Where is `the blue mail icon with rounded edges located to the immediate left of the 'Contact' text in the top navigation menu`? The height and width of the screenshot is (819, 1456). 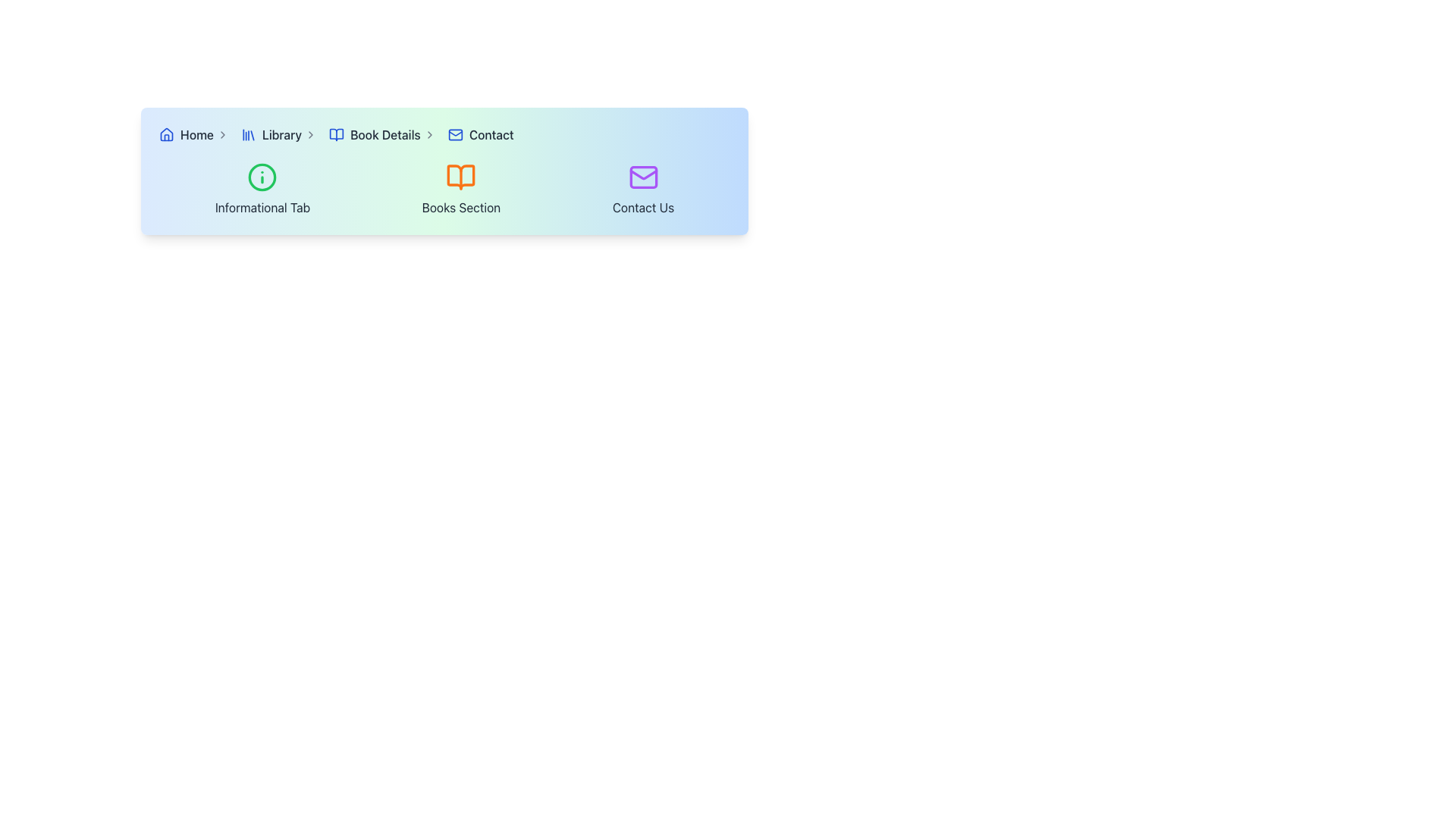 the blue mail icon with rounded edges located to the immediate left of the 'Contact' text in the top navigation menu is located at coordinates (454, 133).